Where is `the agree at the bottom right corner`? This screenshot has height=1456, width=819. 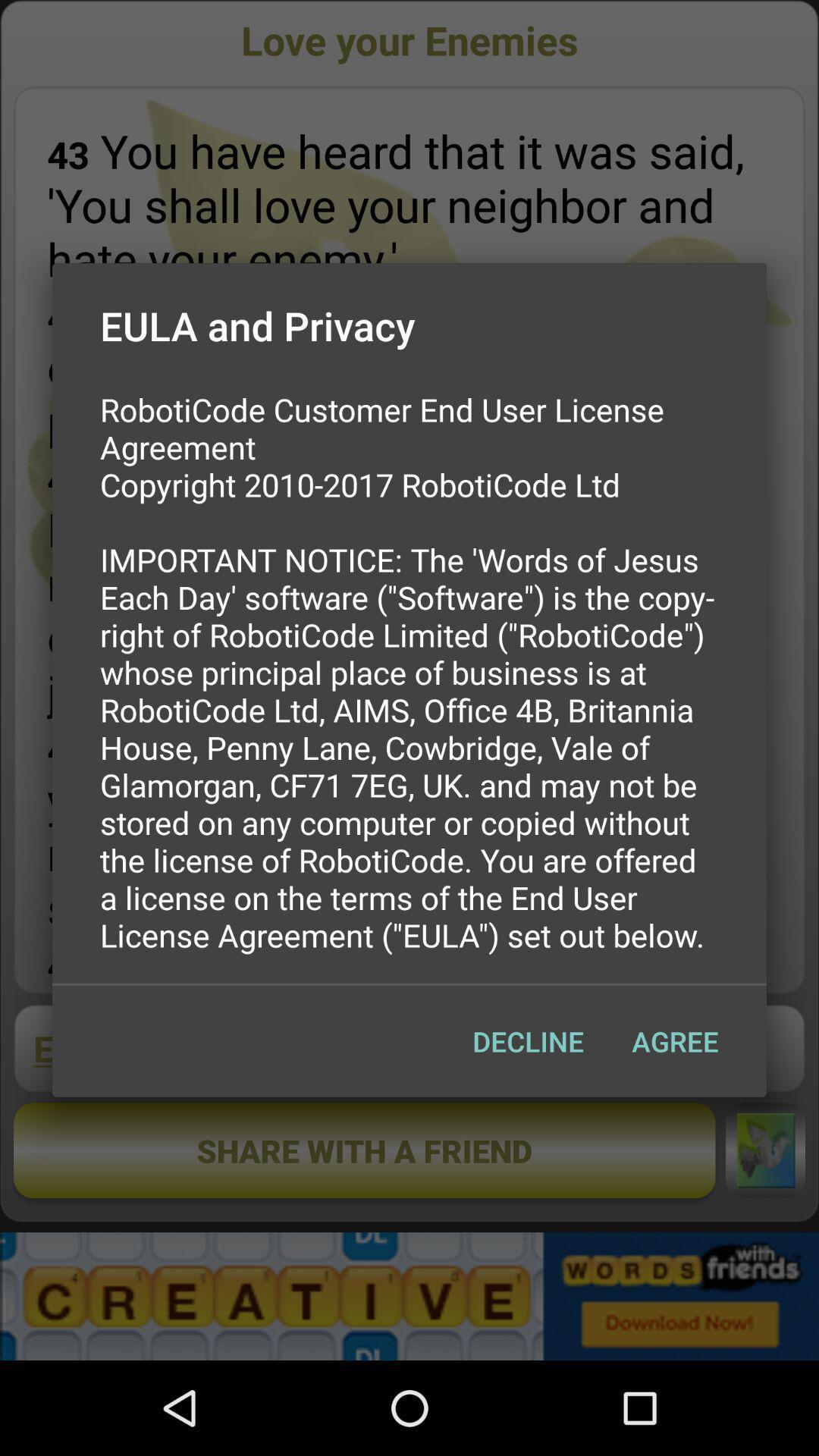 the agree at the bottom right corner is located at coordinates (674, 1040).